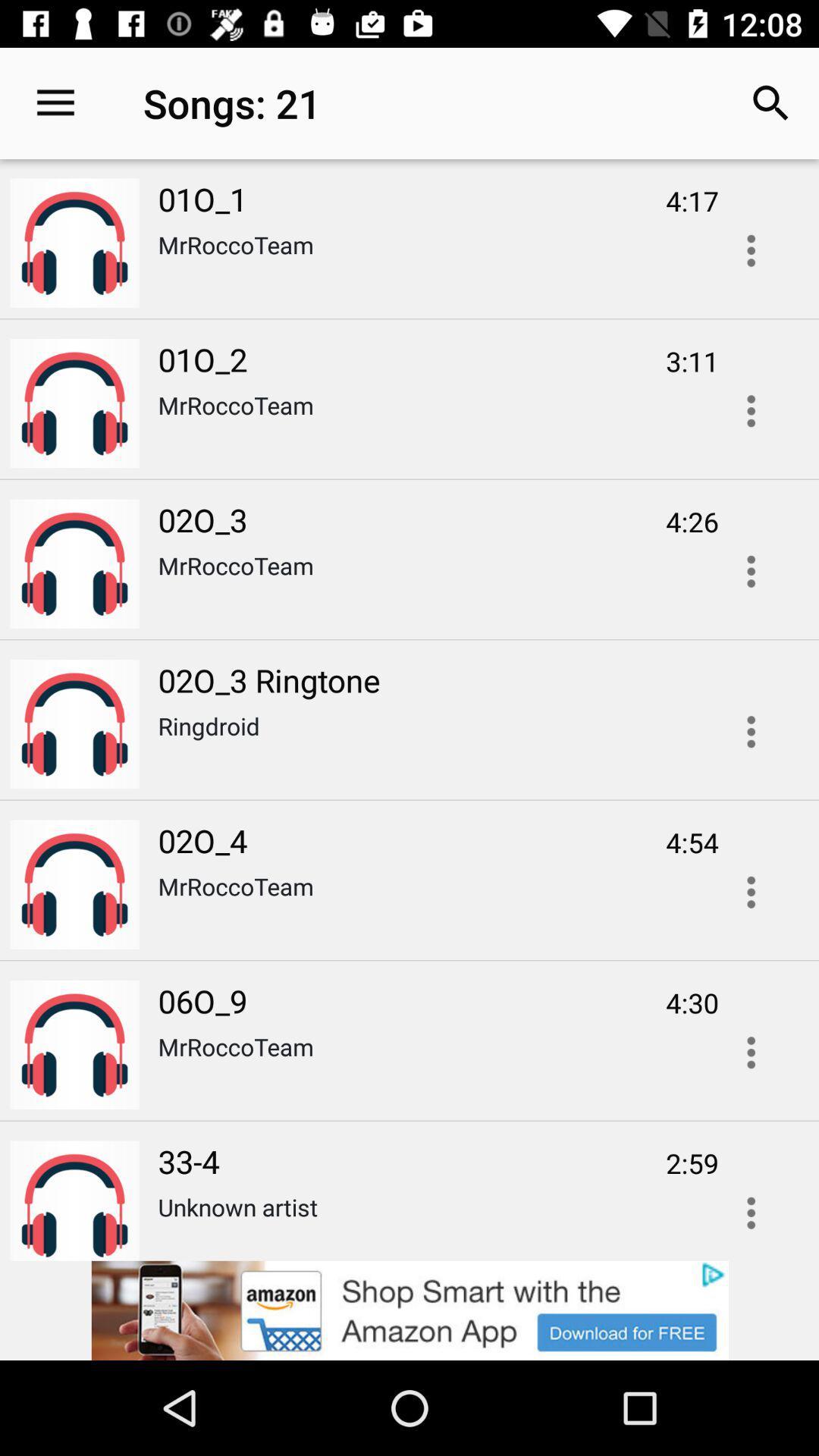  Describe the element at coordinates (751, 732) in the screenshot. I see `open more settings` at that location.